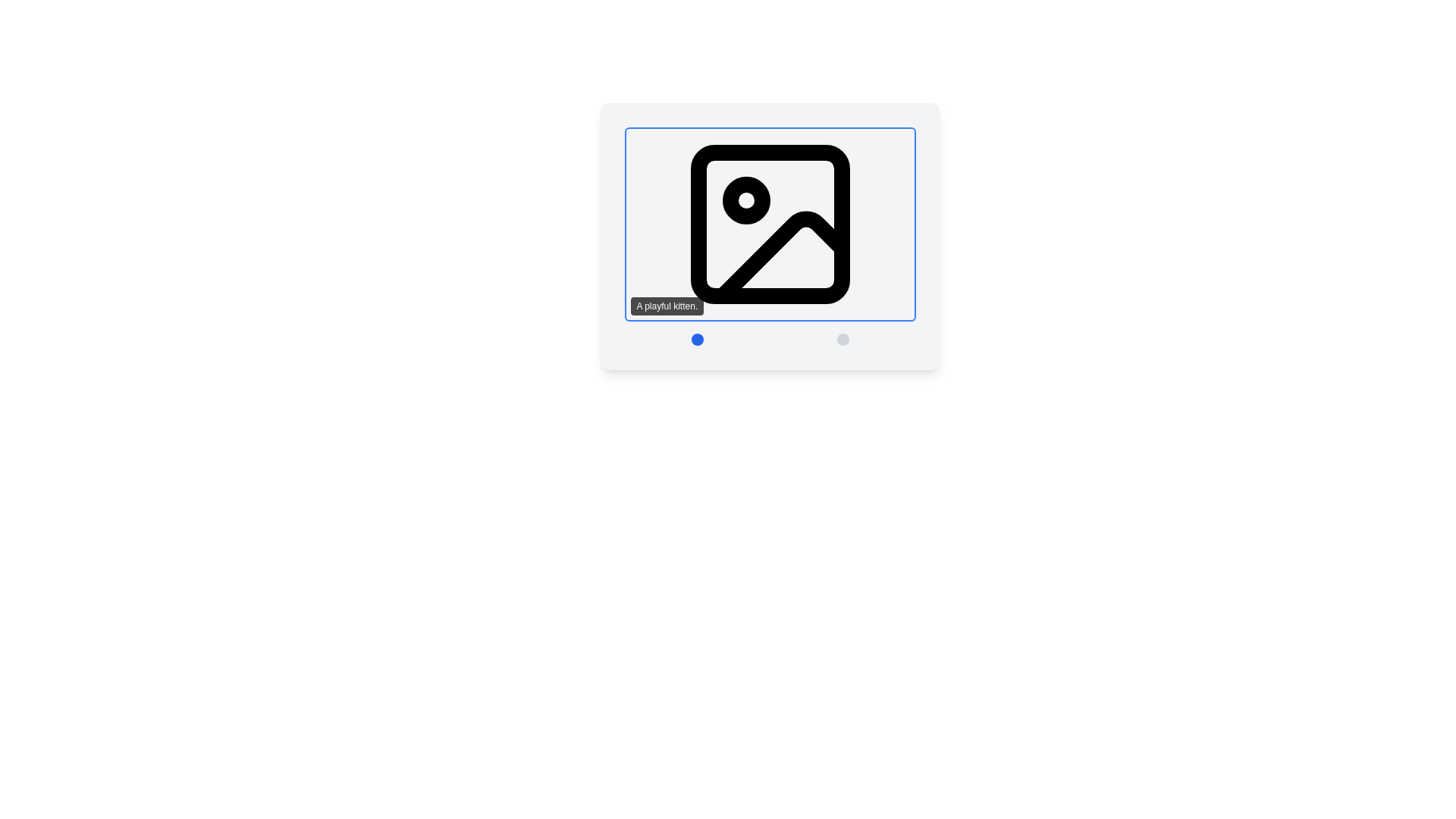 The width and height of the screenshot is (1456, 819). I want to click on the first button in the lower central area of the interface to switch the displayed content to 'image 1', so click(696, 338).